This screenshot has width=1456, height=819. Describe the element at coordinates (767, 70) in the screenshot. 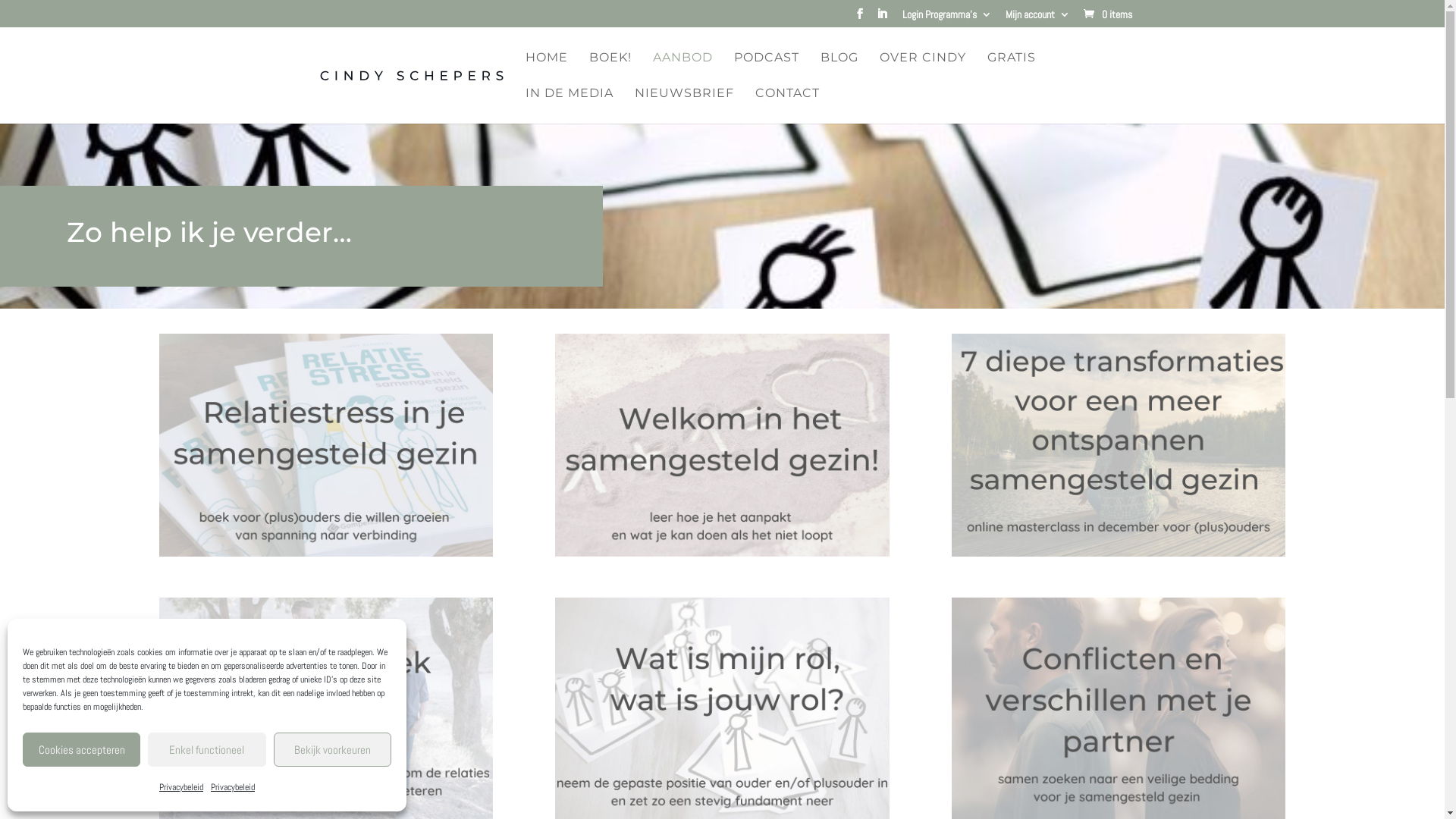

I see `'PODCAST'` at that location.